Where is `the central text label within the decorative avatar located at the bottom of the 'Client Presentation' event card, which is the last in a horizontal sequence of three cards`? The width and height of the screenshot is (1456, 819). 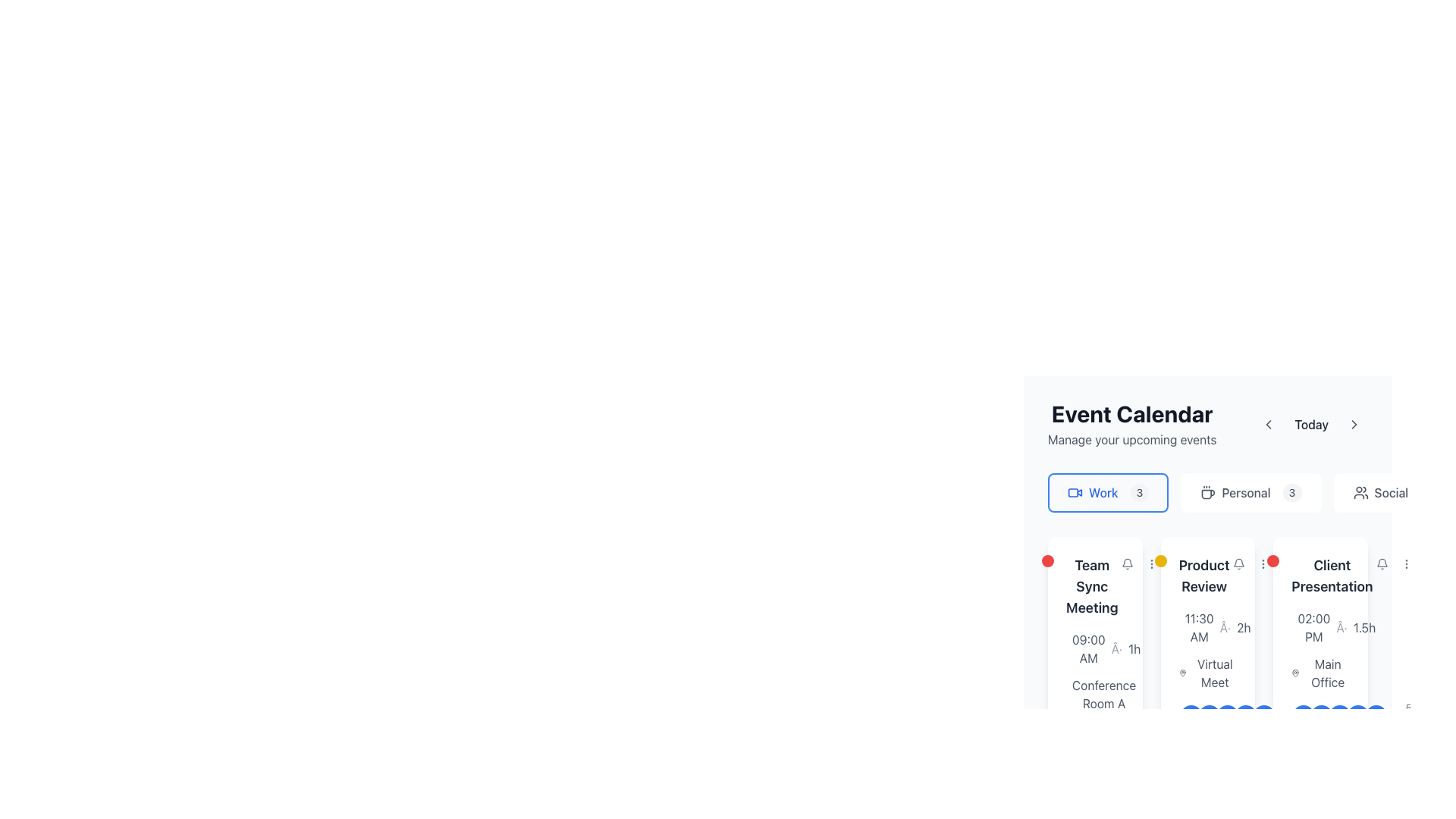 the central text label within the decorative avatar located at the bottom of the 'Client Presentation' event card, which is the last in a horizontal sequence of three cards is located at coordinates (1321, 716).